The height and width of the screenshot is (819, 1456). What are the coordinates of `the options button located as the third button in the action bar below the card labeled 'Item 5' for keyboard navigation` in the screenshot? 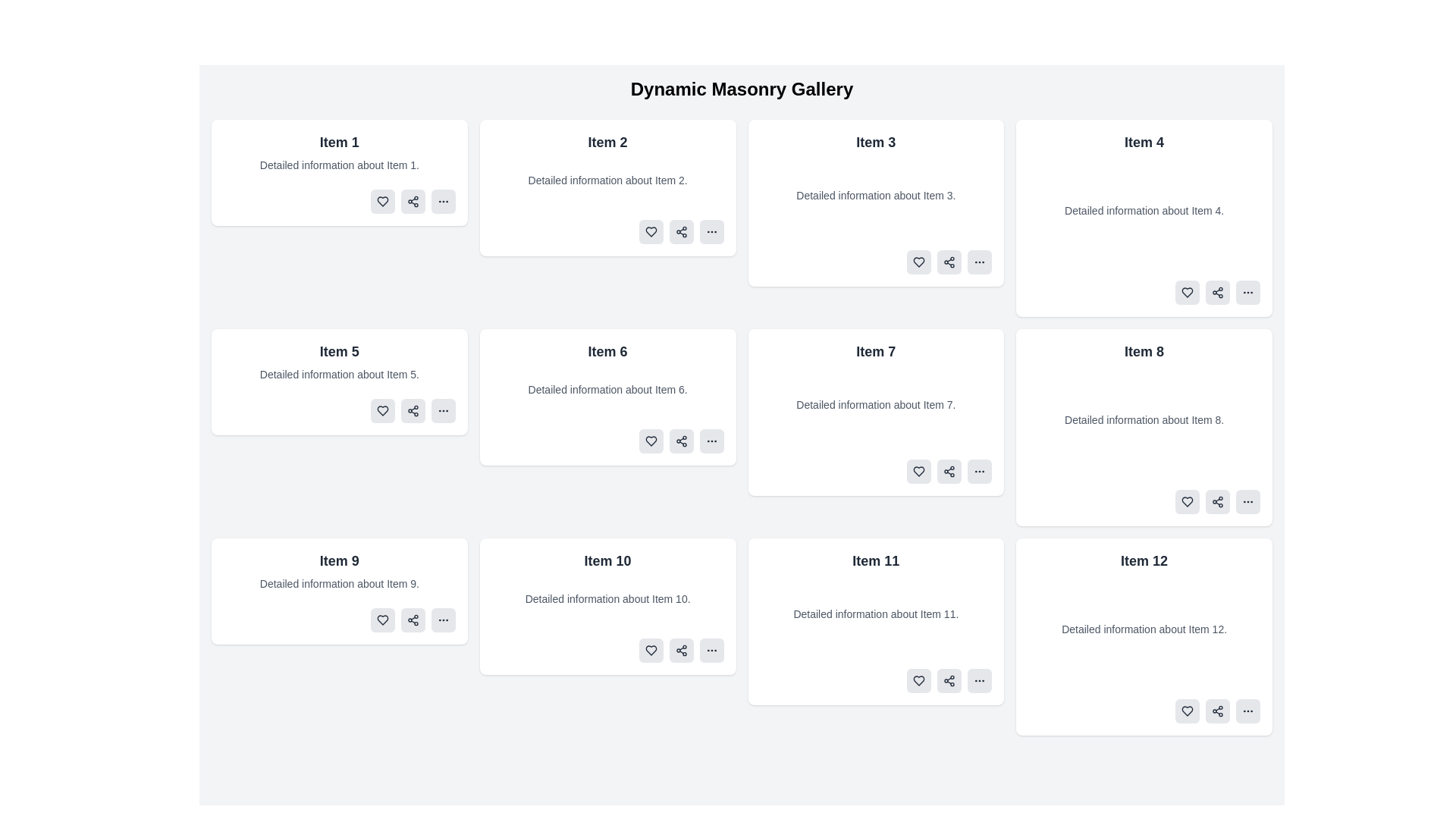 It's located at (442, 411).